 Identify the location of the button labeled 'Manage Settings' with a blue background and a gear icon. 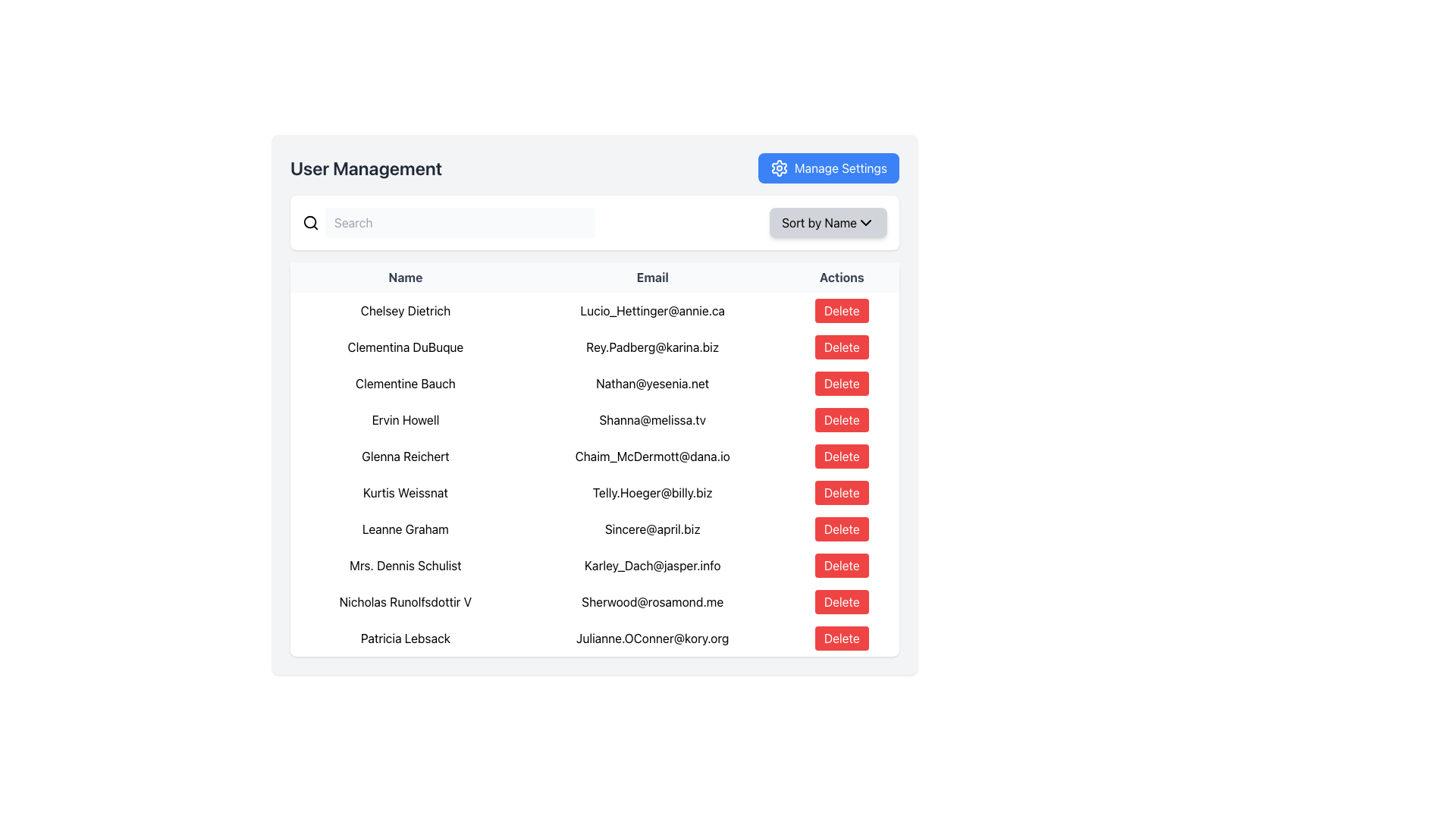
(828, 168).